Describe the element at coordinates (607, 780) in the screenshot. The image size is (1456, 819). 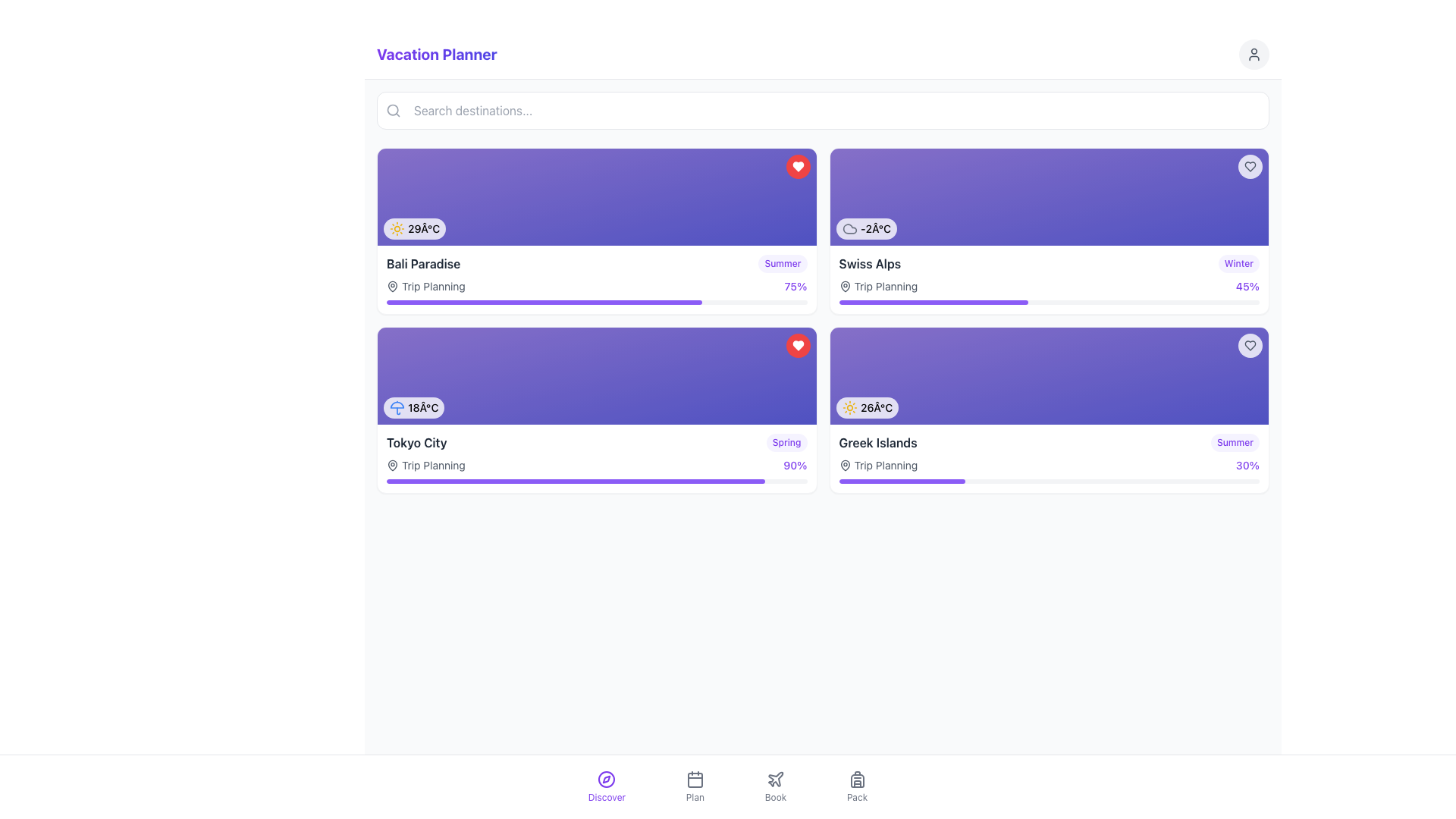
I see `the central circular component of the compass design within the 'Discover' button group located in the bottom navigation bar` at that location.